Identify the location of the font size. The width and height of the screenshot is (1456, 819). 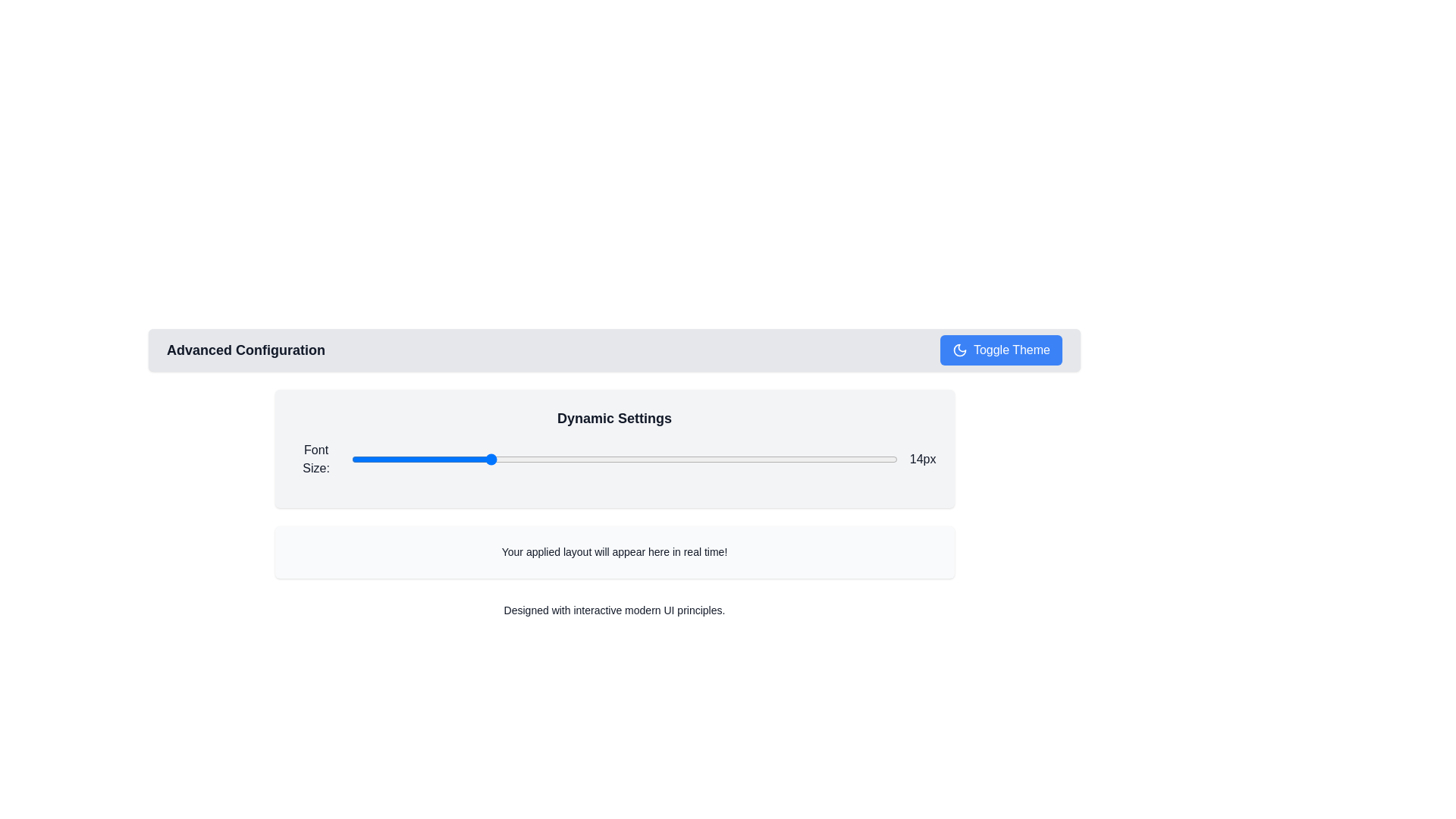
(488, 458).